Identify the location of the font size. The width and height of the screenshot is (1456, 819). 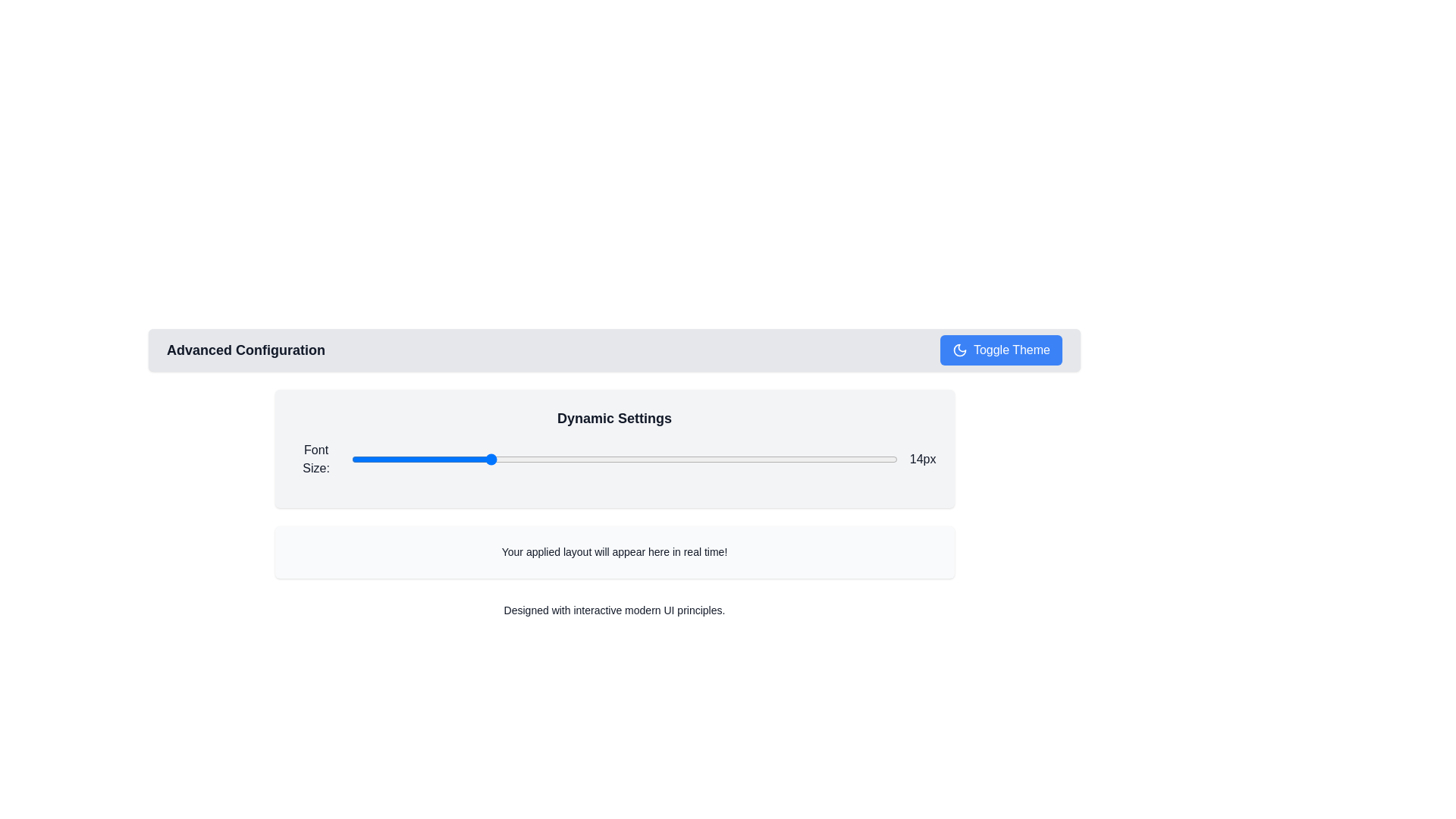
(488, 458).